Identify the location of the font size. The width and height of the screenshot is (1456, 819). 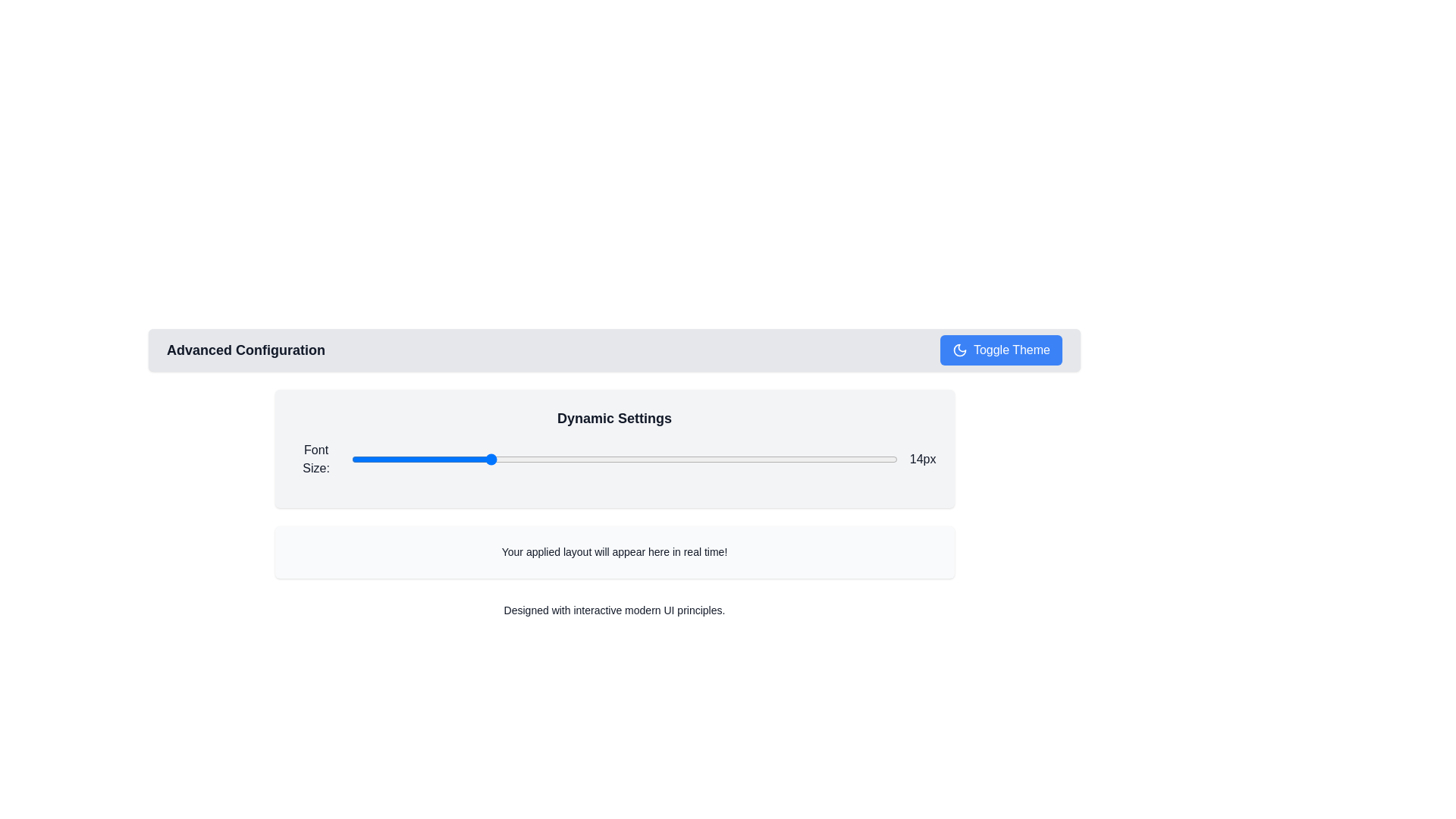
(488, 458).